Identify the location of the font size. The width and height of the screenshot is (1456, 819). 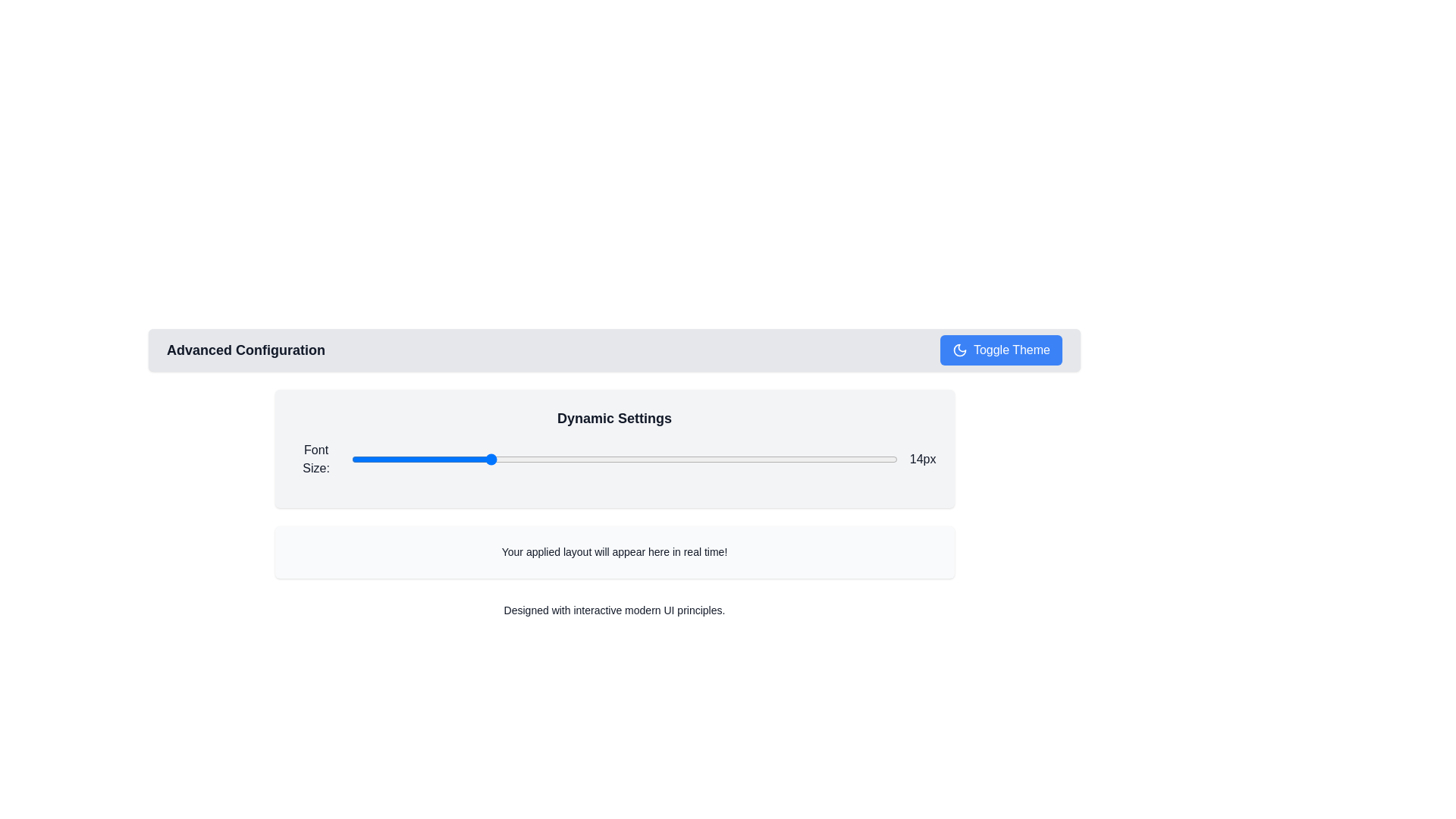
(488, 458).